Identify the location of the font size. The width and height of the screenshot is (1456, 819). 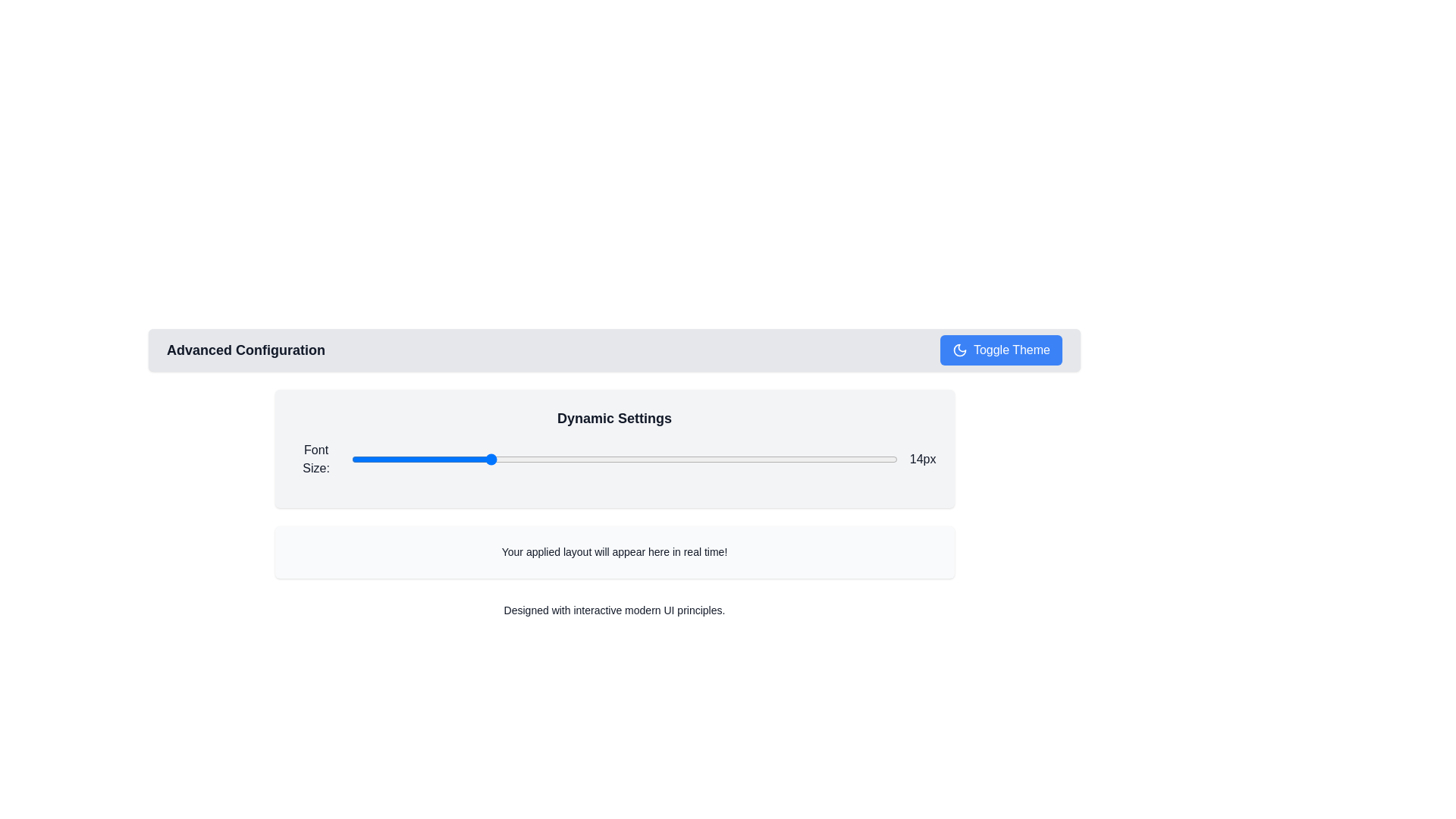
(488, 458).